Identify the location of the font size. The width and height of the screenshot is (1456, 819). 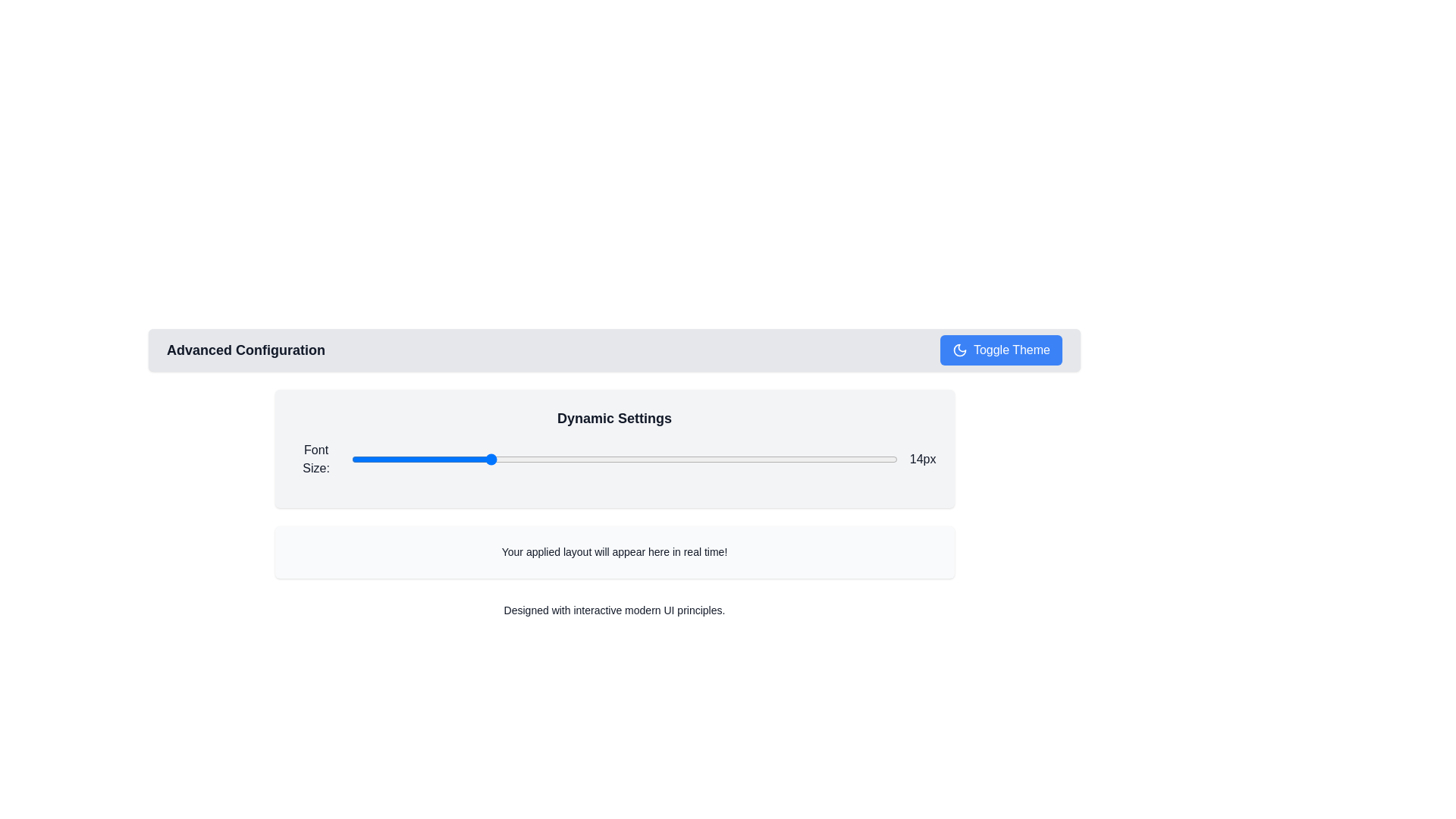
(488, 458).